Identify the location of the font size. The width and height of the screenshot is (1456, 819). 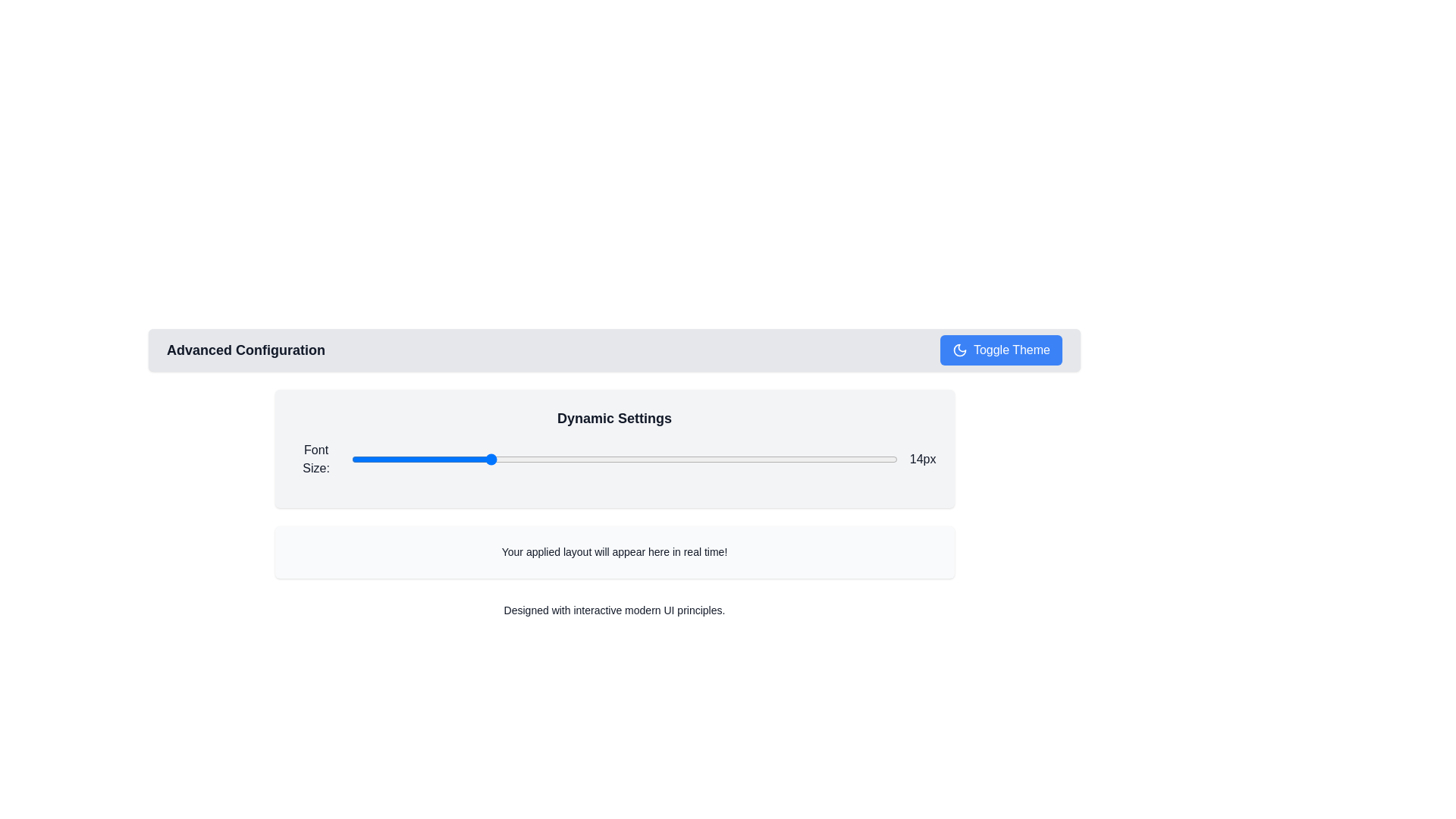
(488, 458).